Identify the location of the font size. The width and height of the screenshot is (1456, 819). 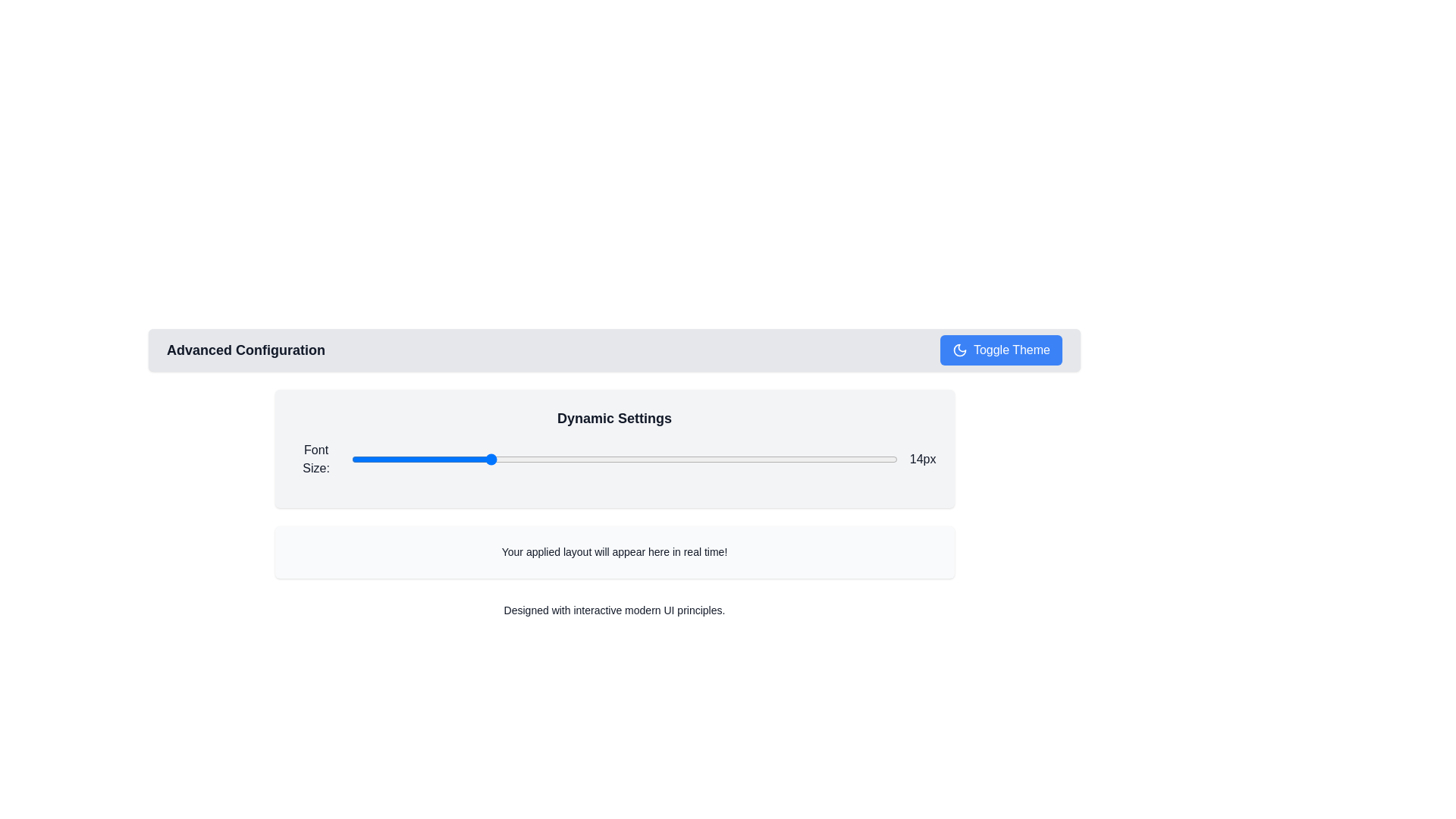
(488, 458).